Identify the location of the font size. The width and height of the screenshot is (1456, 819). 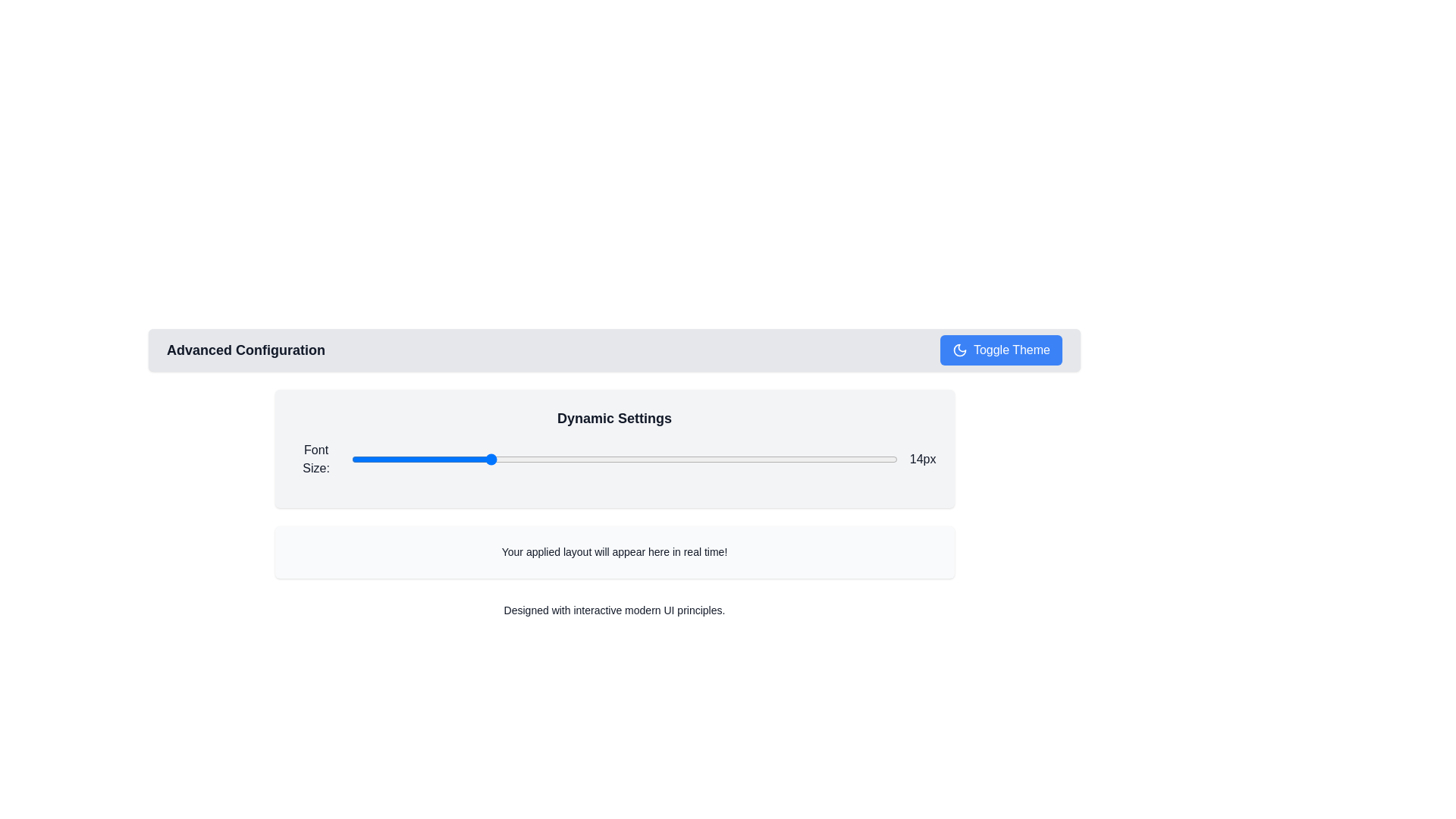
(488, 458).